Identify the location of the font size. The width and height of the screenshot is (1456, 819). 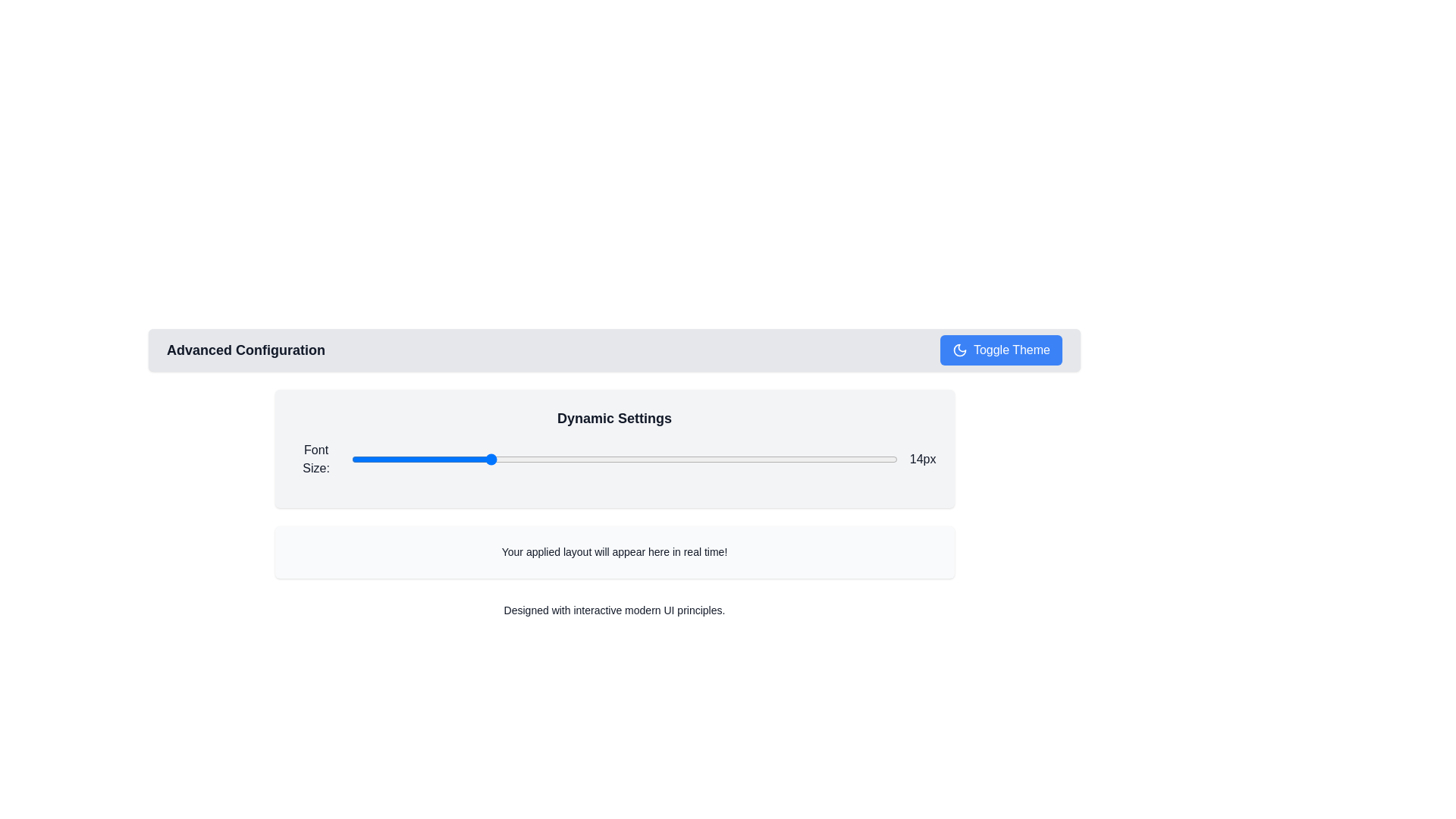
(488, 458).